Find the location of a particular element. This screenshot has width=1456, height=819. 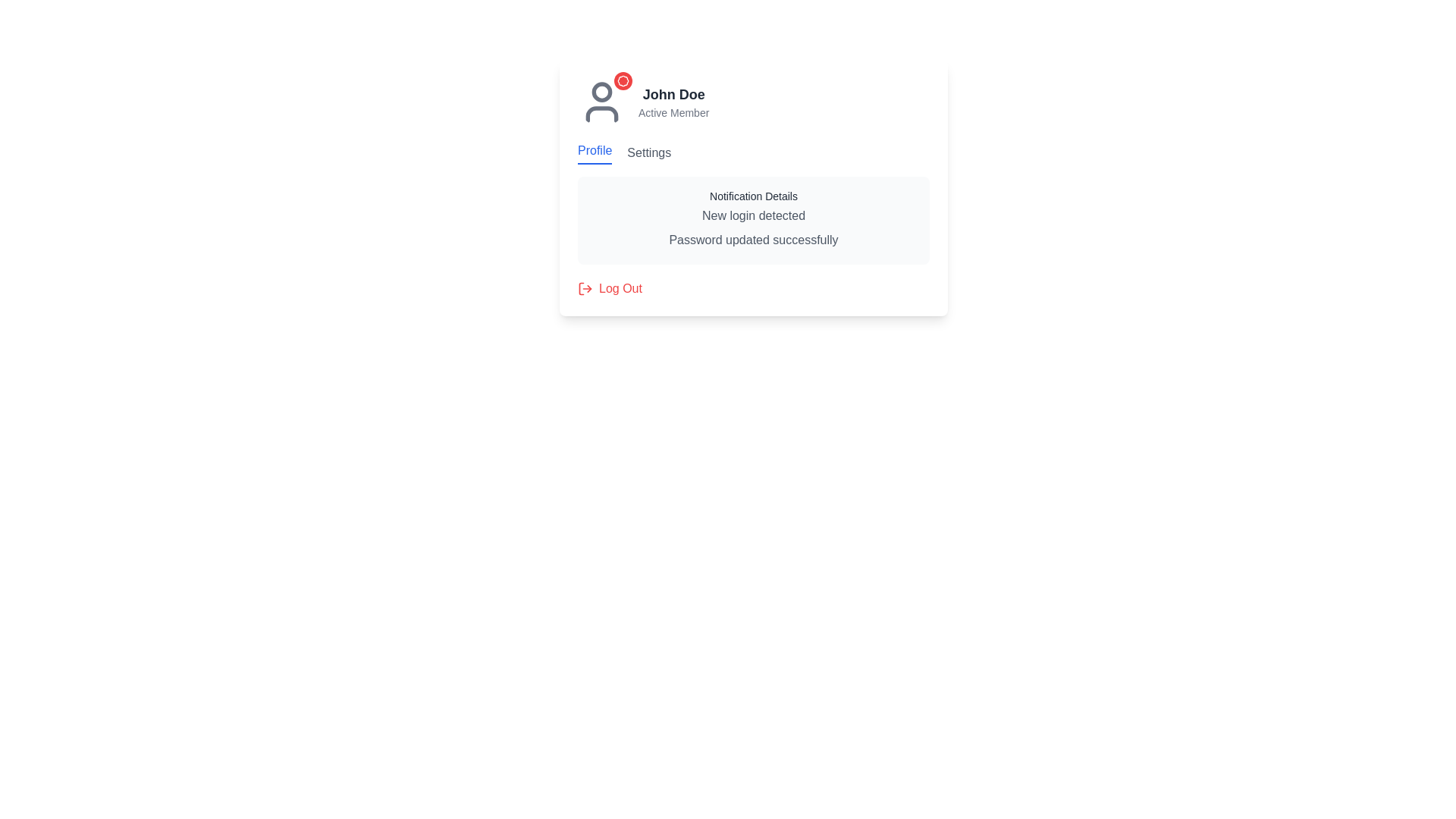

the 'Settings' text label, which is a gray font clickable element located to the right of the 'Profile' label in a horizontal layout is located at coordinates (649, 152).